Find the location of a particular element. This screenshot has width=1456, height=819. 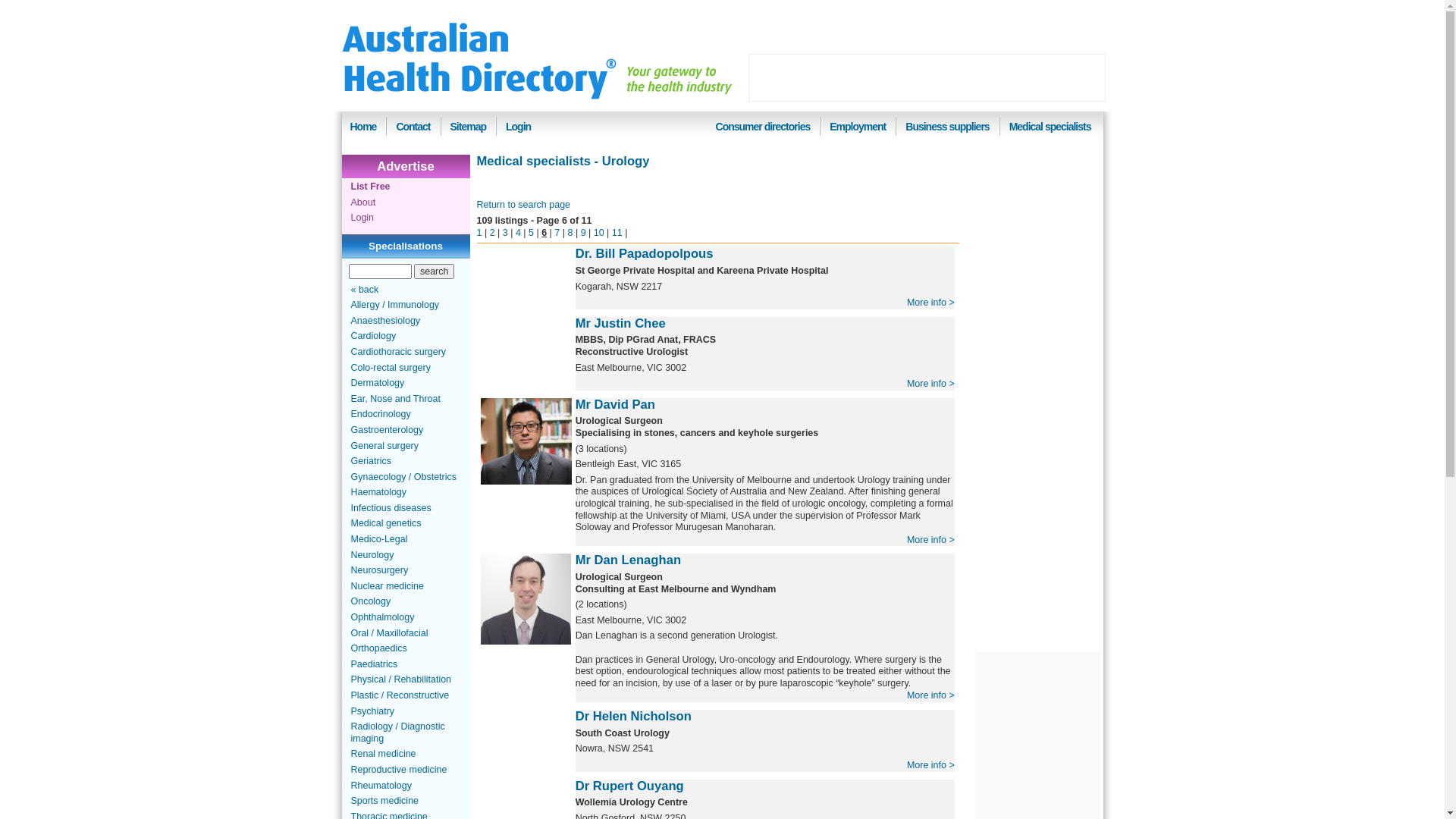

'More info >' is located at coordinates (930, 302).